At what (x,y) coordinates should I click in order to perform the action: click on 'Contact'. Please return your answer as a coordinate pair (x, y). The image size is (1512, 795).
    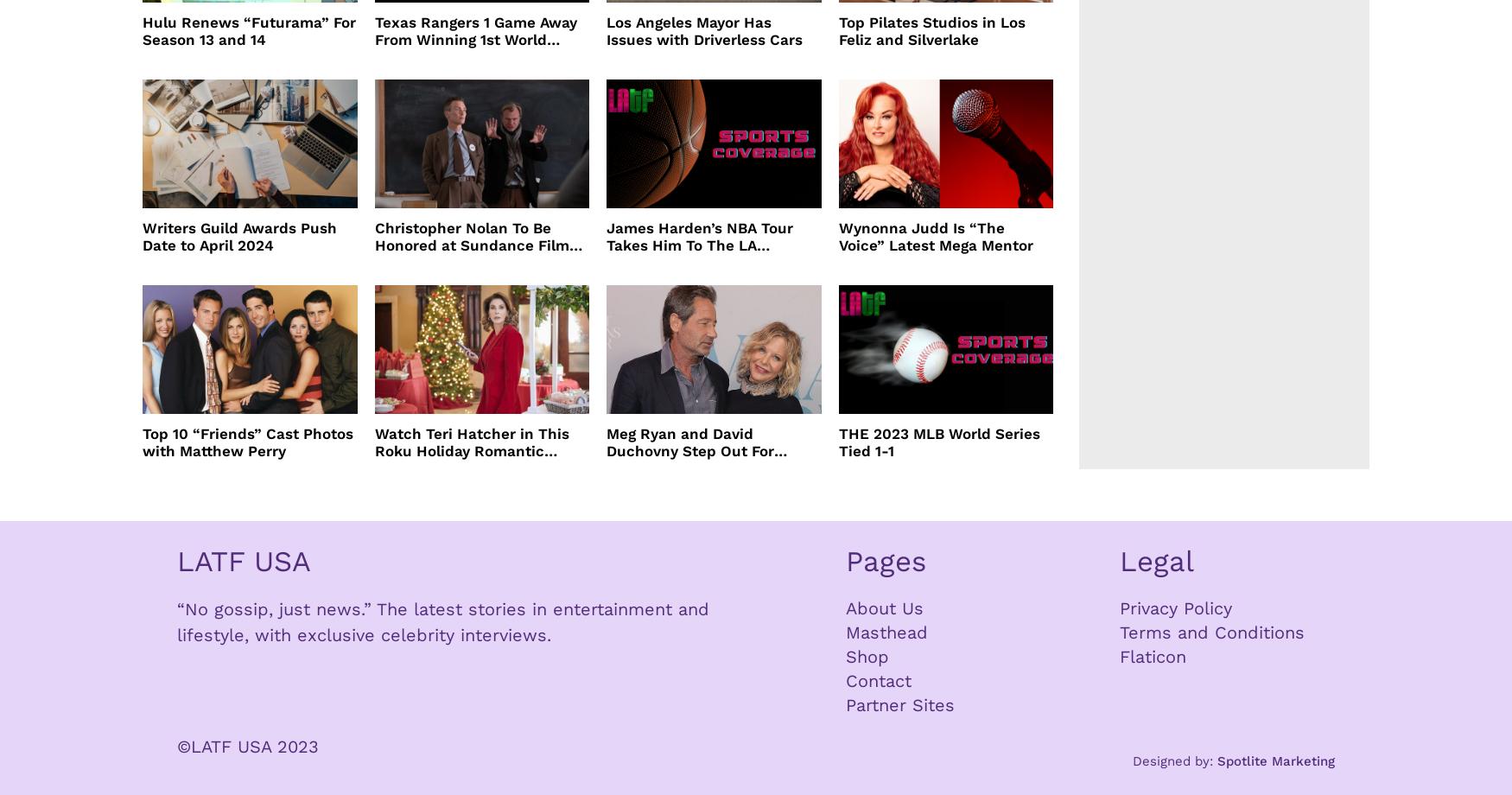
    Looking at the image, I should click on (877, 679).